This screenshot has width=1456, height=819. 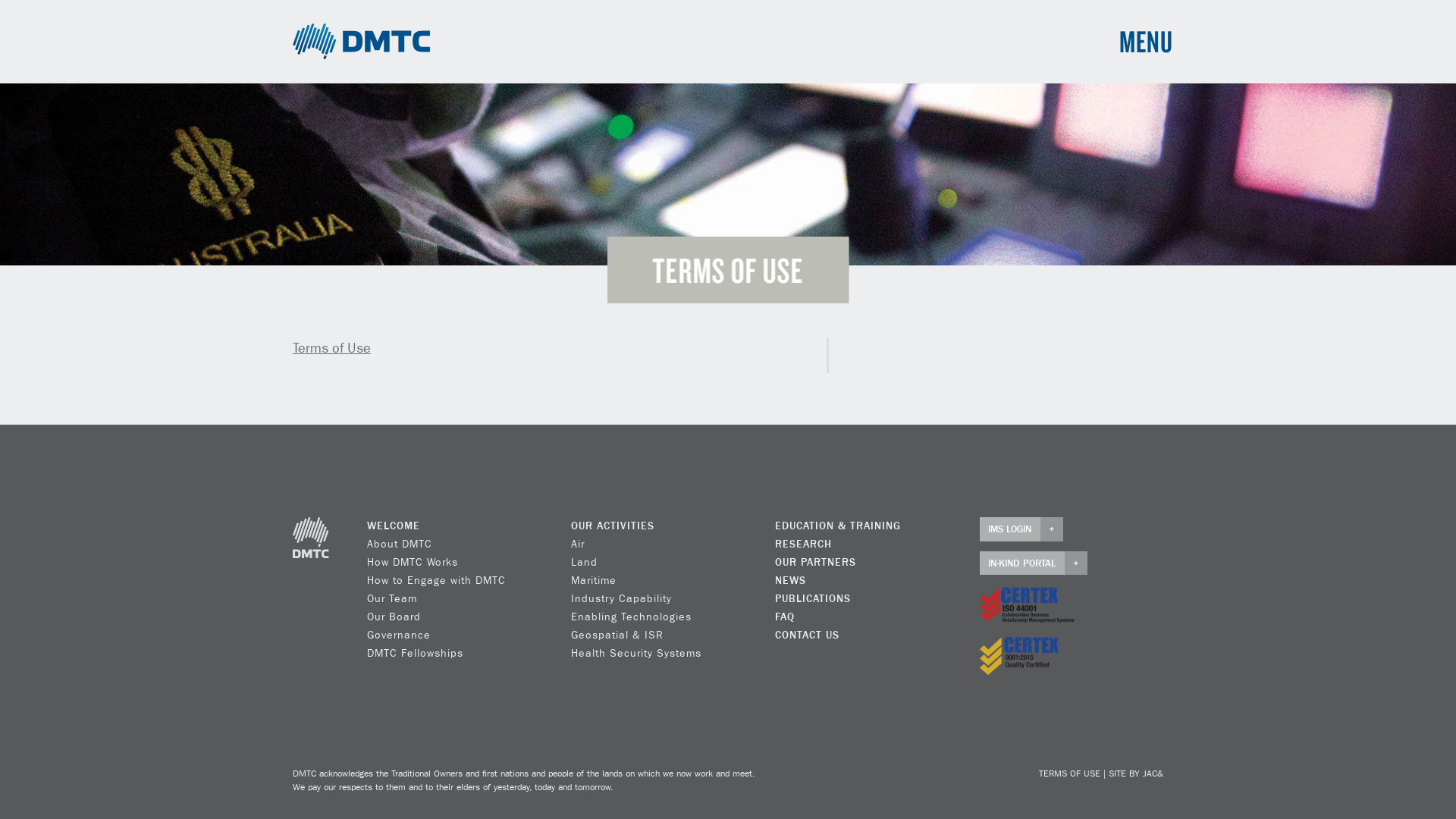 What do you see at coordinates (435, 580) in the screenshot?
I see `'How to Engage with DMTC'` at bounding box center [435, 580].